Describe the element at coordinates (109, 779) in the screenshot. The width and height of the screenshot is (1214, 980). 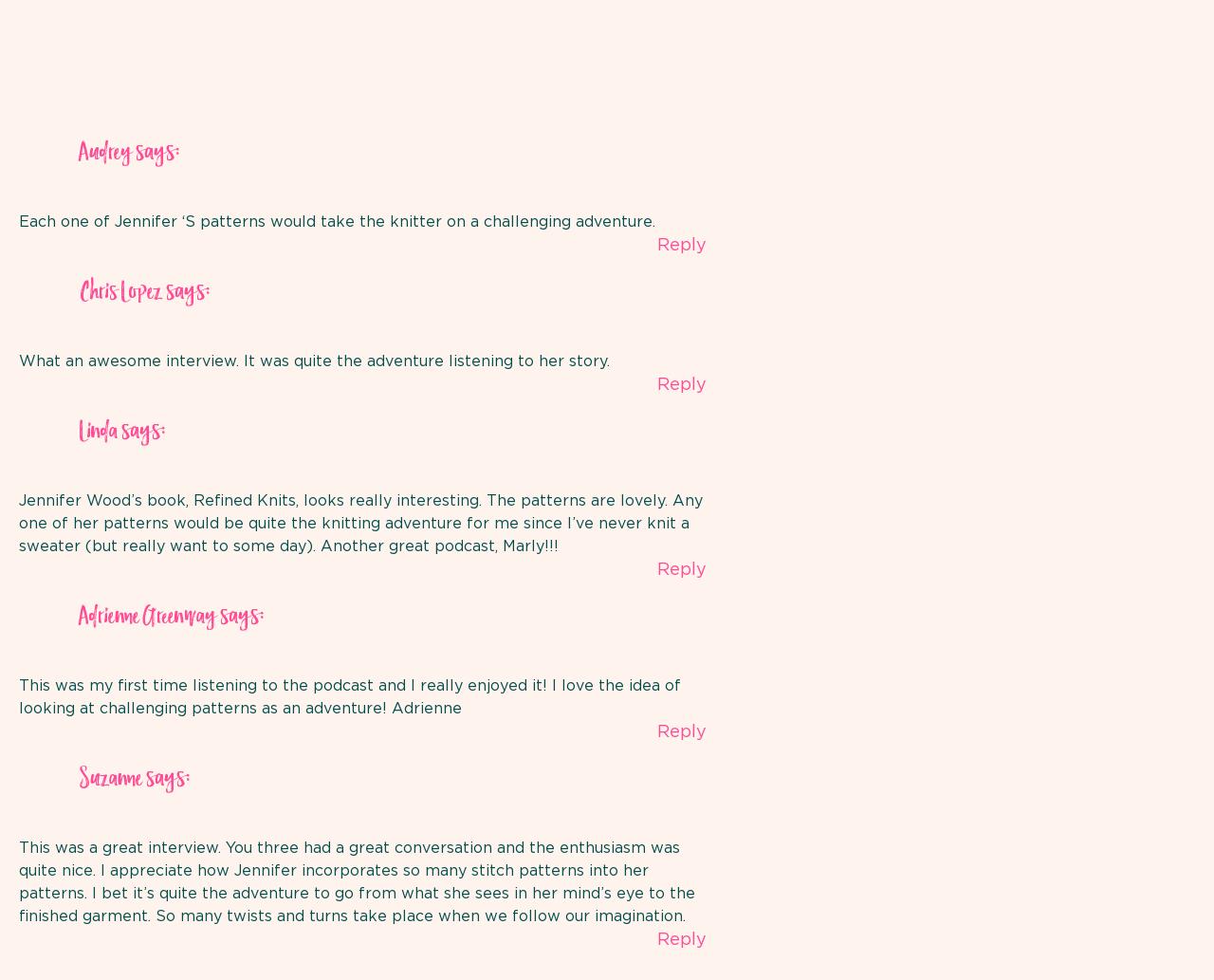
I see `'Suzanne'` at that location.